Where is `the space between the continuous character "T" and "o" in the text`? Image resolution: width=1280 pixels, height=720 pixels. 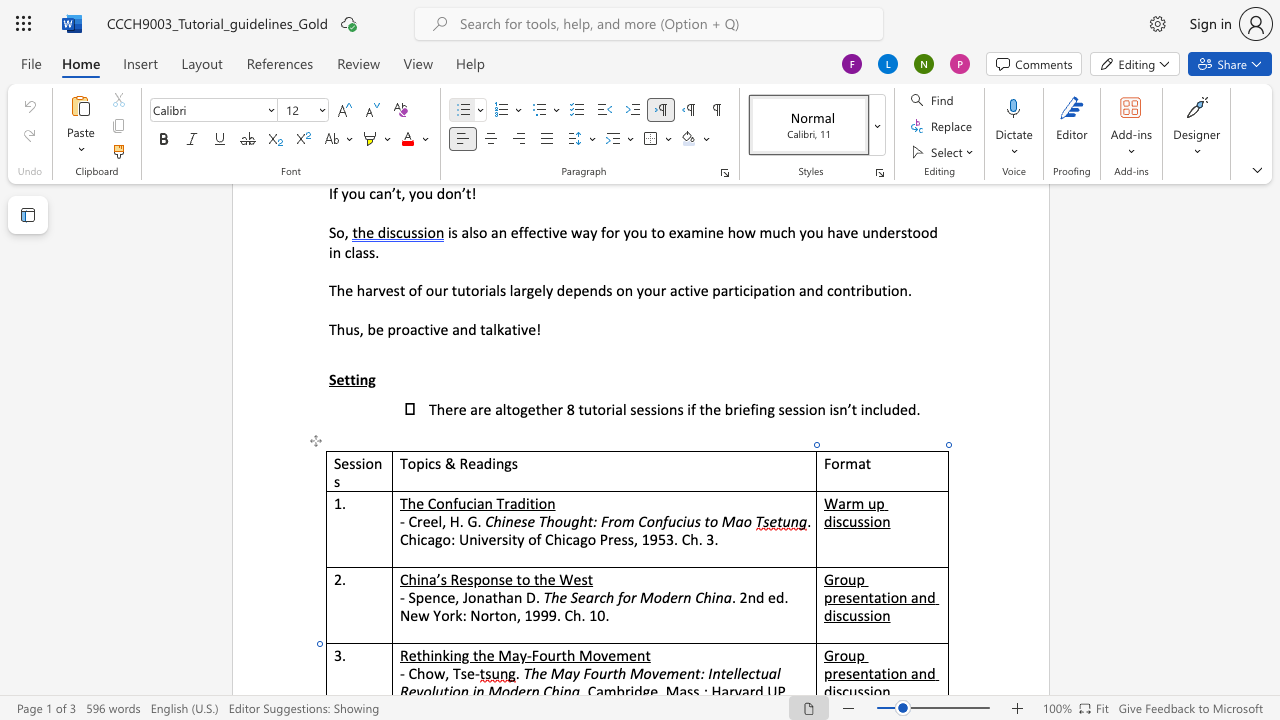
the space between the continuous character "T" and "o" in the text is located at coordinates (406, 463).